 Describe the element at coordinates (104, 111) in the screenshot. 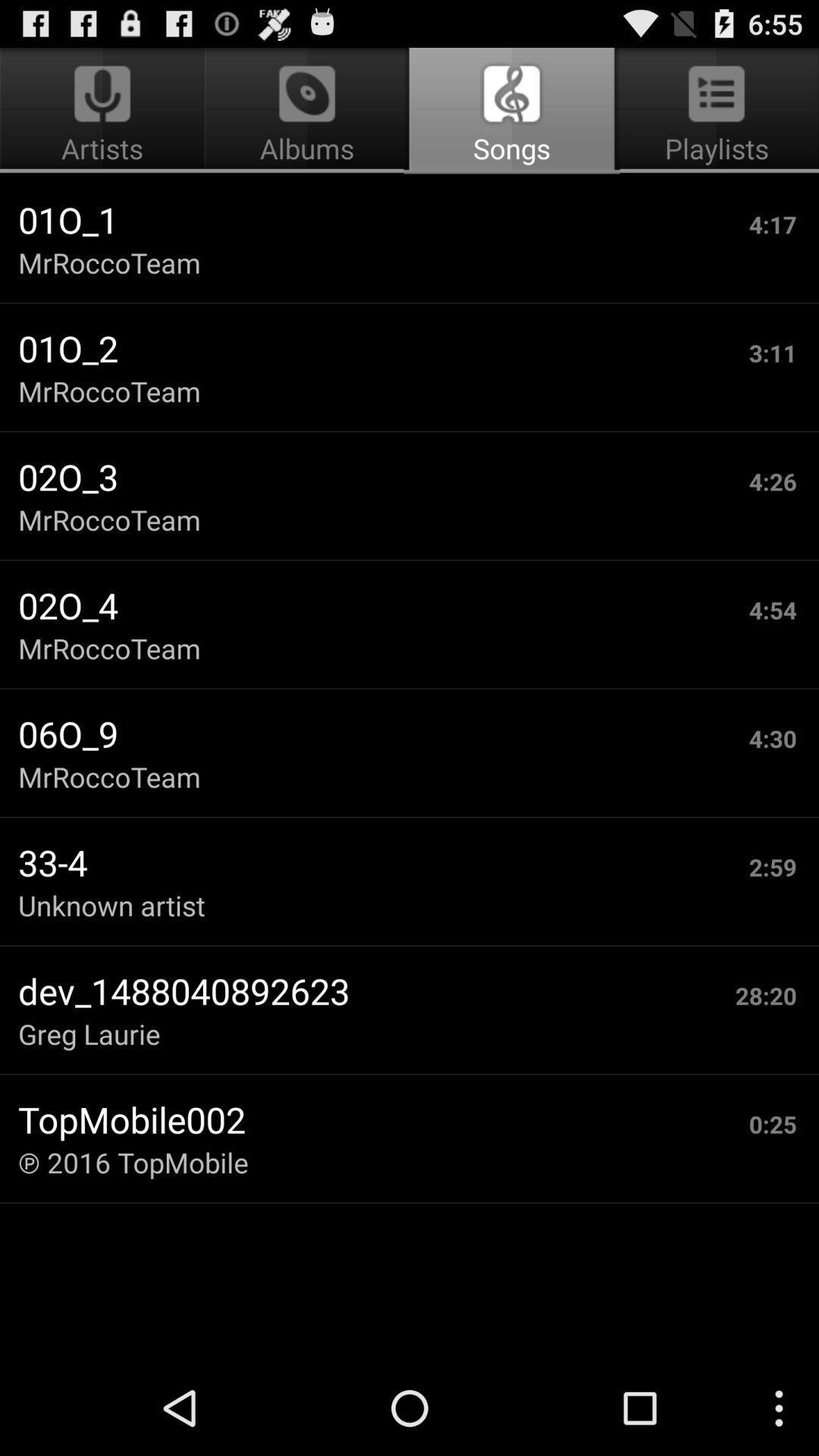

I see `app next to songs app` at that location.